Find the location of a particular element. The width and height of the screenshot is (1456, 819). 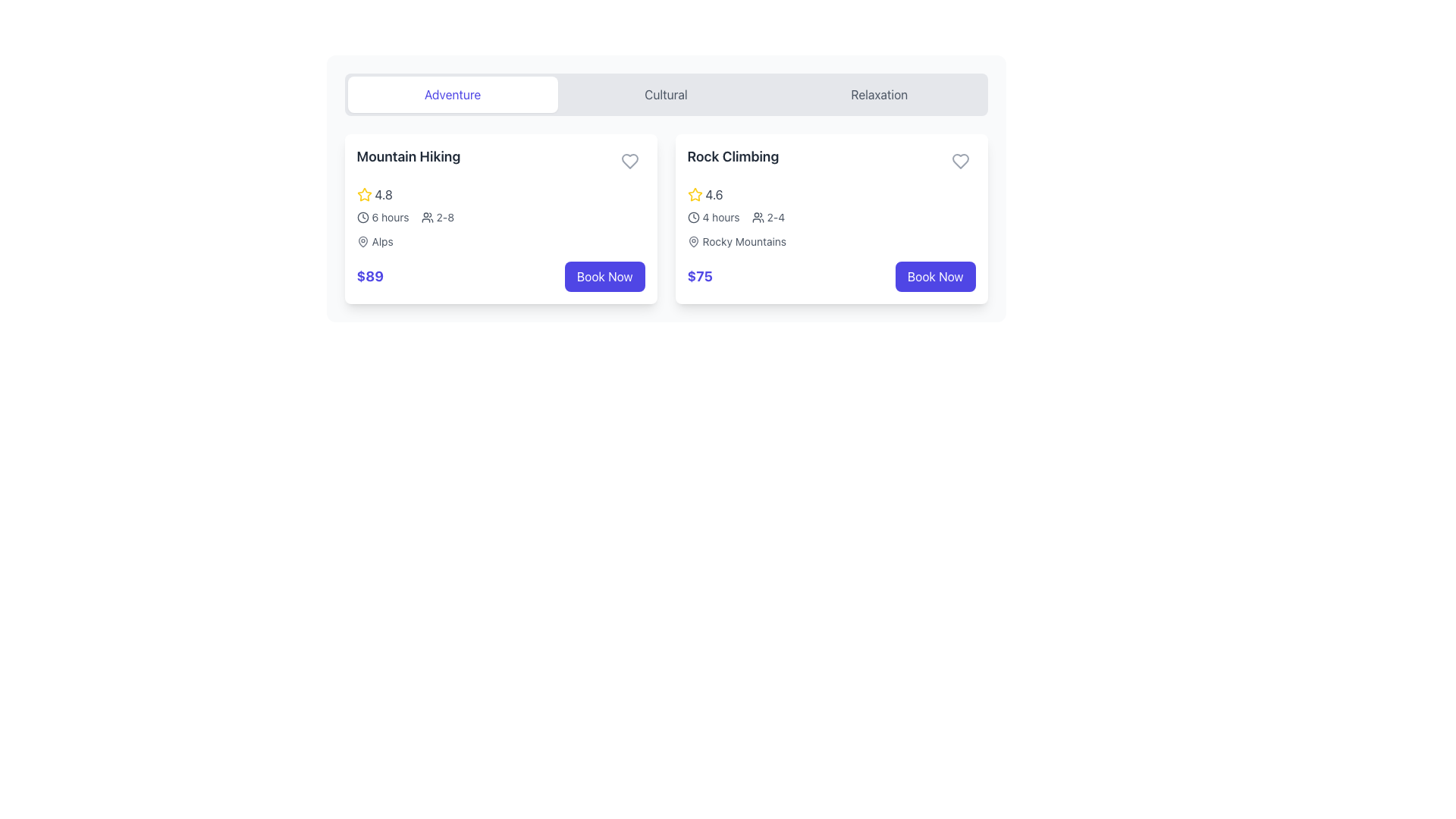

the text label with the clock icon displaying '4 hours', located within the 'Rock Climbing' activity card, to the left of the group size indicator '2-4' is located at coordinates (712, 217).